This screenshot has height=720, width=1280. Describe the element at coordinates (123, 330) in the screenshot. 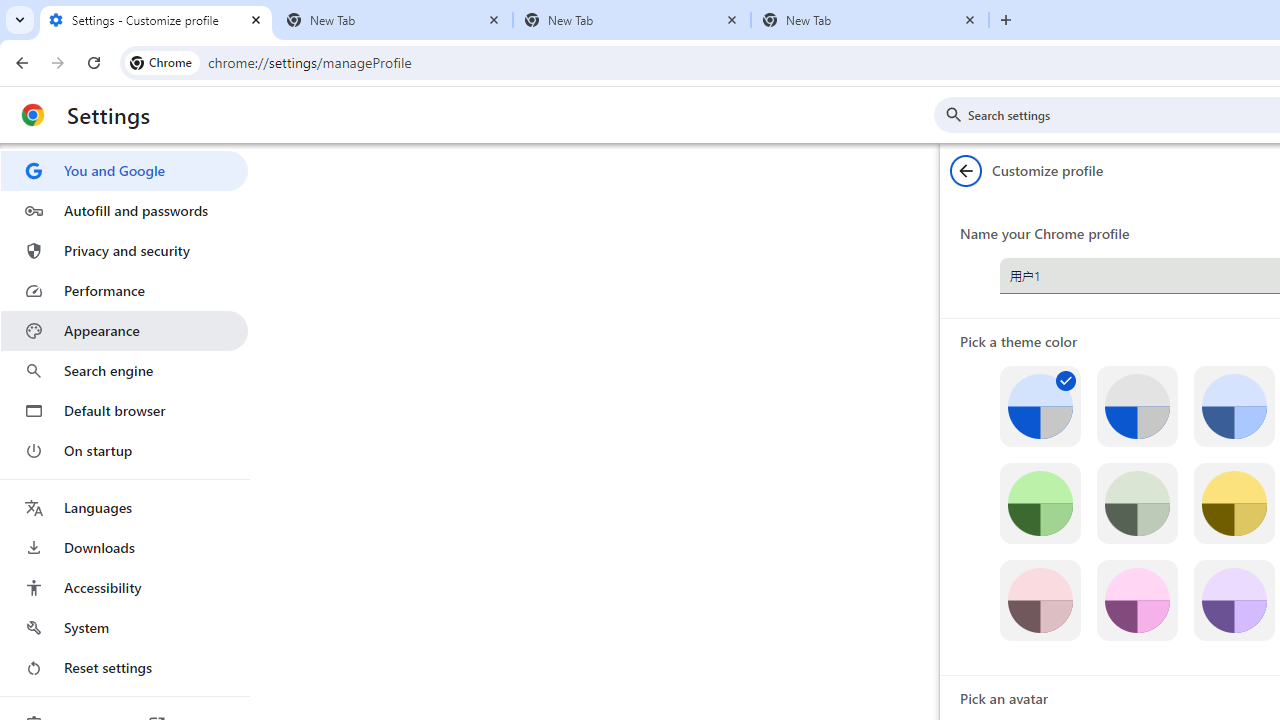

I see `'Appearance'` at that location.